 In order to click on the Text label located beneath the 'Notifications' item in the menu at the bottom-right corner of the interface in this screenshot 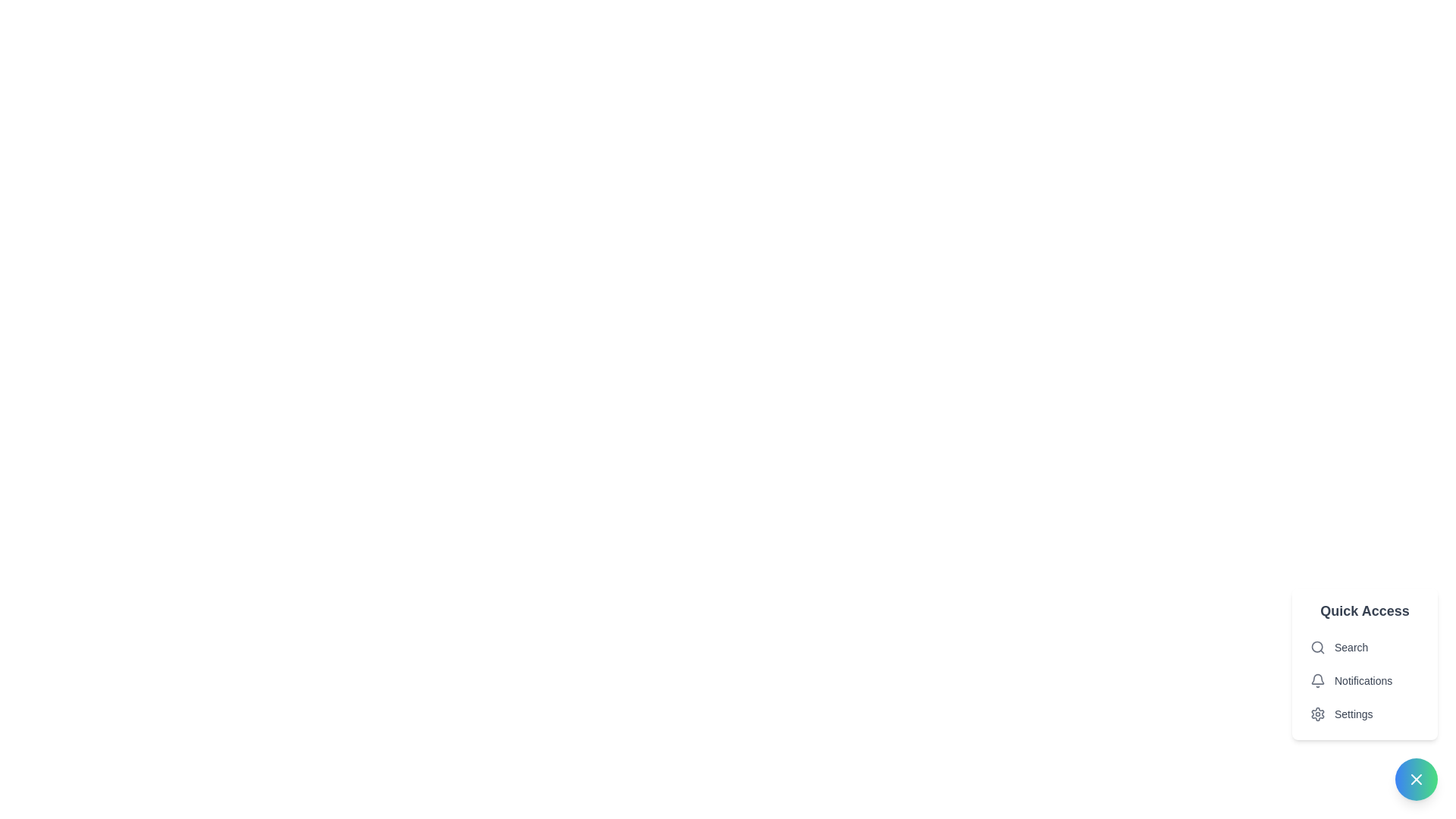, I will do `click(1354, 714)`.